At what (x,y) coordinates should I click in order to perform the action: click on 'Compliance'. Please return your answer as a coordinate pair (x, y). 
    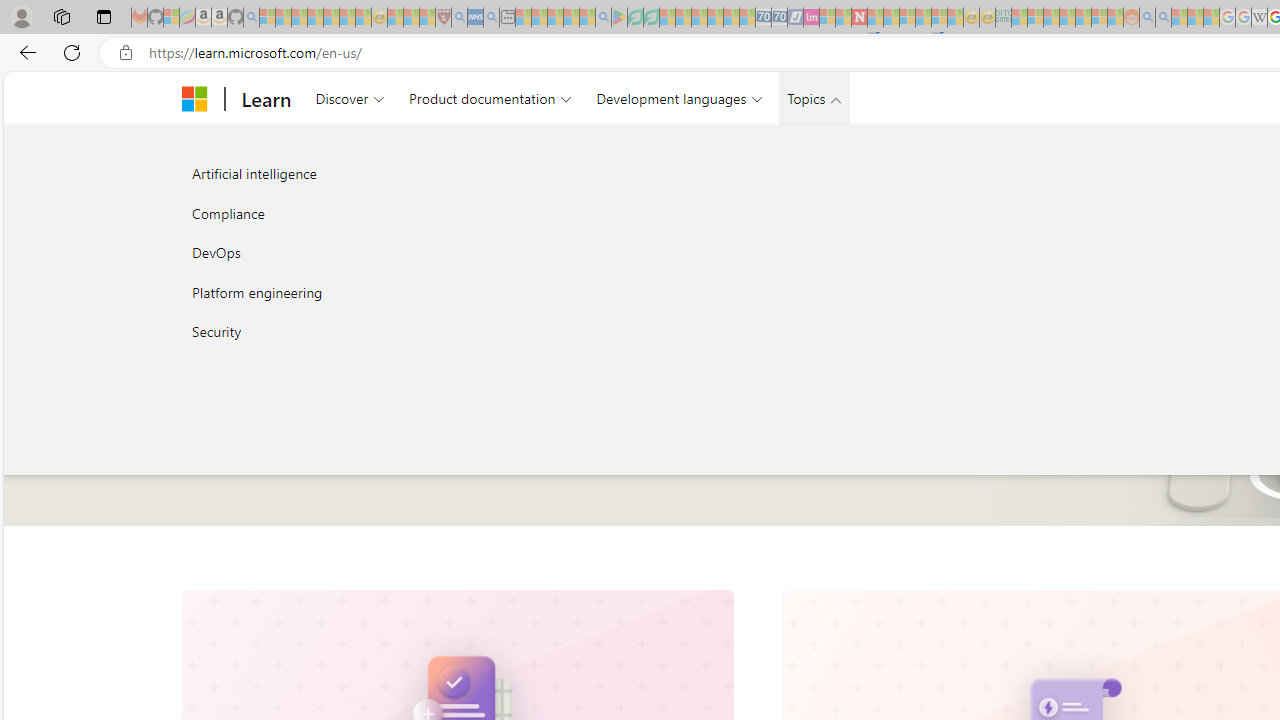
    Looking at the image, I should click on (394, 213).